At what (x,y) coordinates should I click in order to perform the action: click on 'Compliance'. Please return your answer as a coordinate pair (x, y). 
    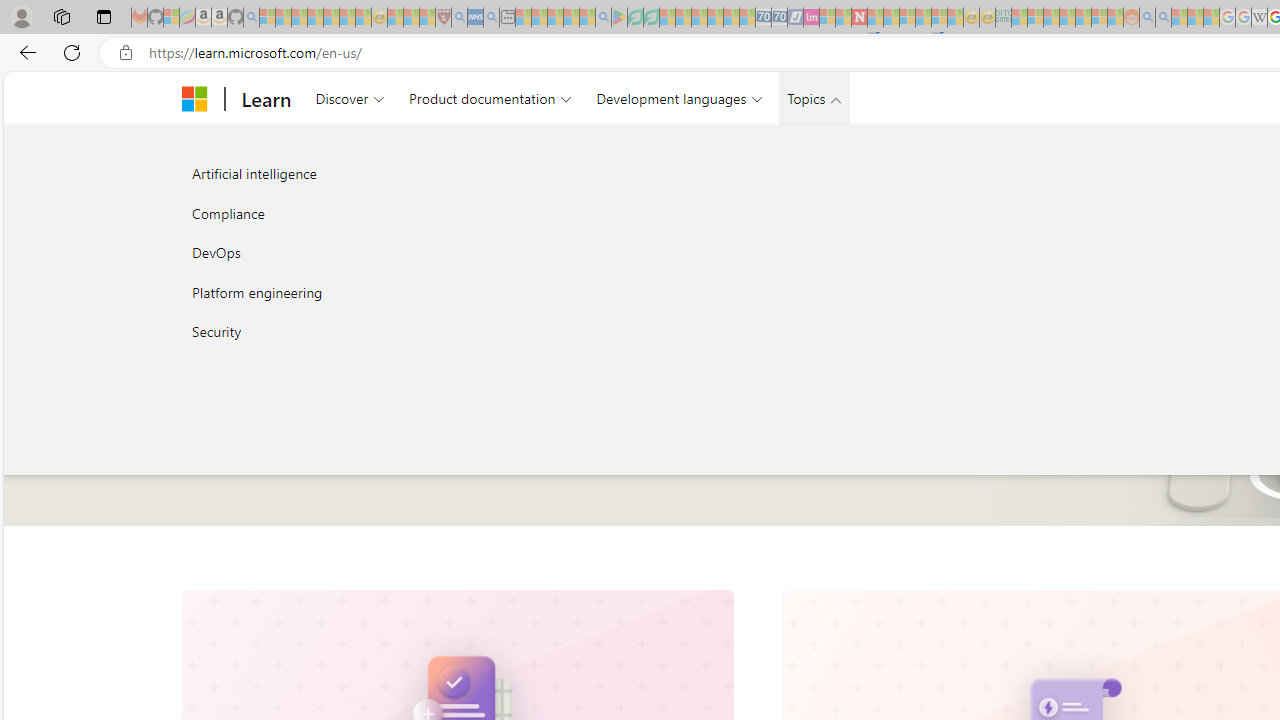
    Looking at the image, I should click on (394, 213).